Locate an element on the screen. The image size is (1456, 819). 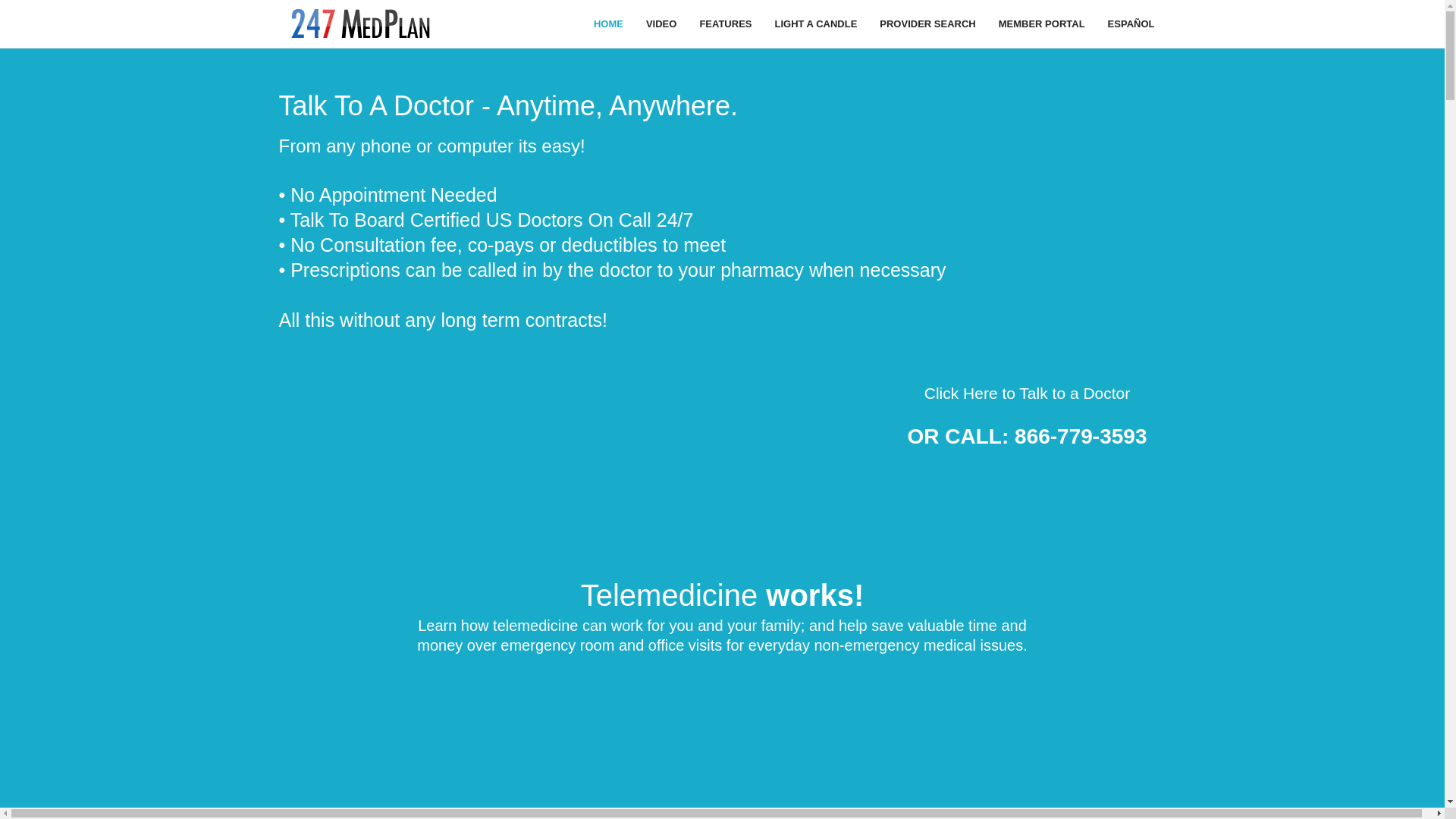
'LIGHT A CANDLE' is located at coordinates (814, 24).